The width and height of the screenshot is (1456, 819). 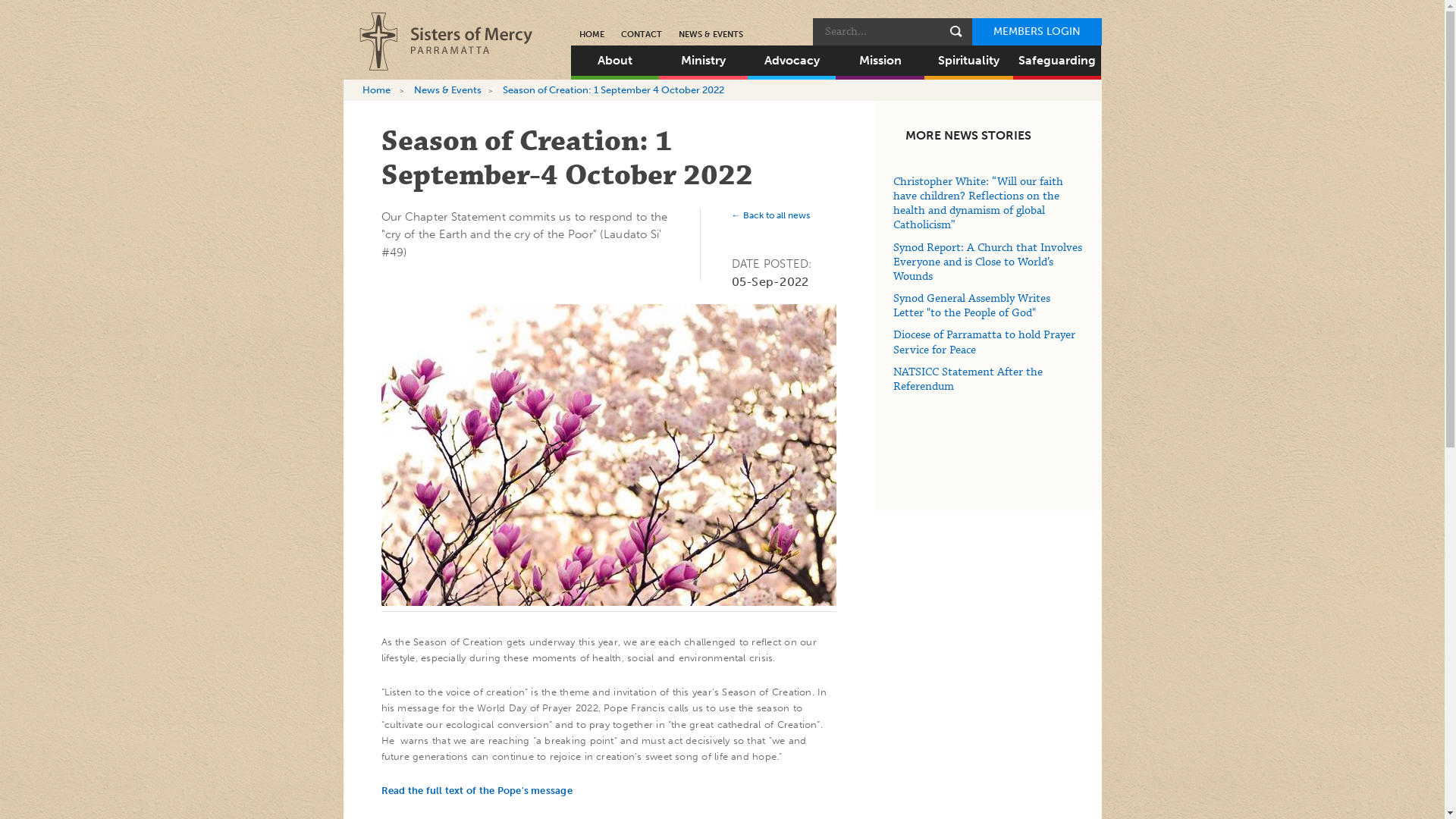 What do you see at coordinates (1012, 60) in the screenshot?
I see `'Safeguarding'` at bounding box center [1012, 60].